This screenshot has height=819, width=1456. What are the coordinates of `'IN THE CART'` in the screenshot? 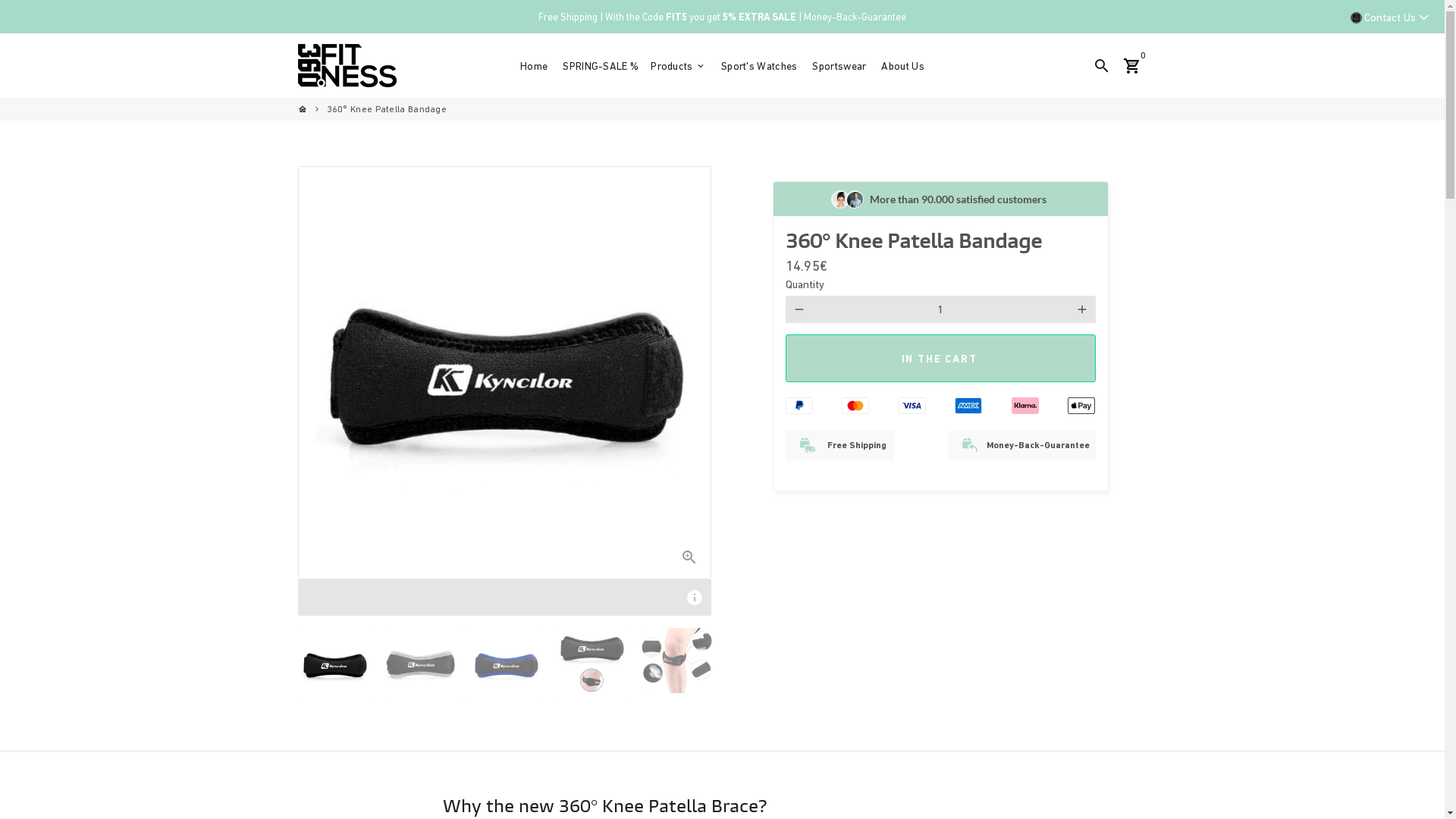 It's located at (940, 358).